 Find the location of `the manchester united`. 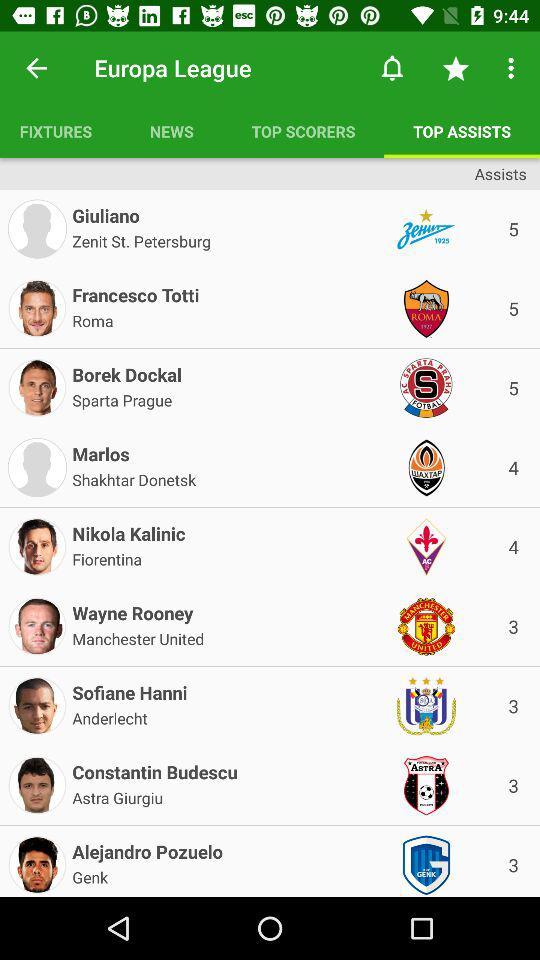

the manchester united is located at coordinates (137, 636).